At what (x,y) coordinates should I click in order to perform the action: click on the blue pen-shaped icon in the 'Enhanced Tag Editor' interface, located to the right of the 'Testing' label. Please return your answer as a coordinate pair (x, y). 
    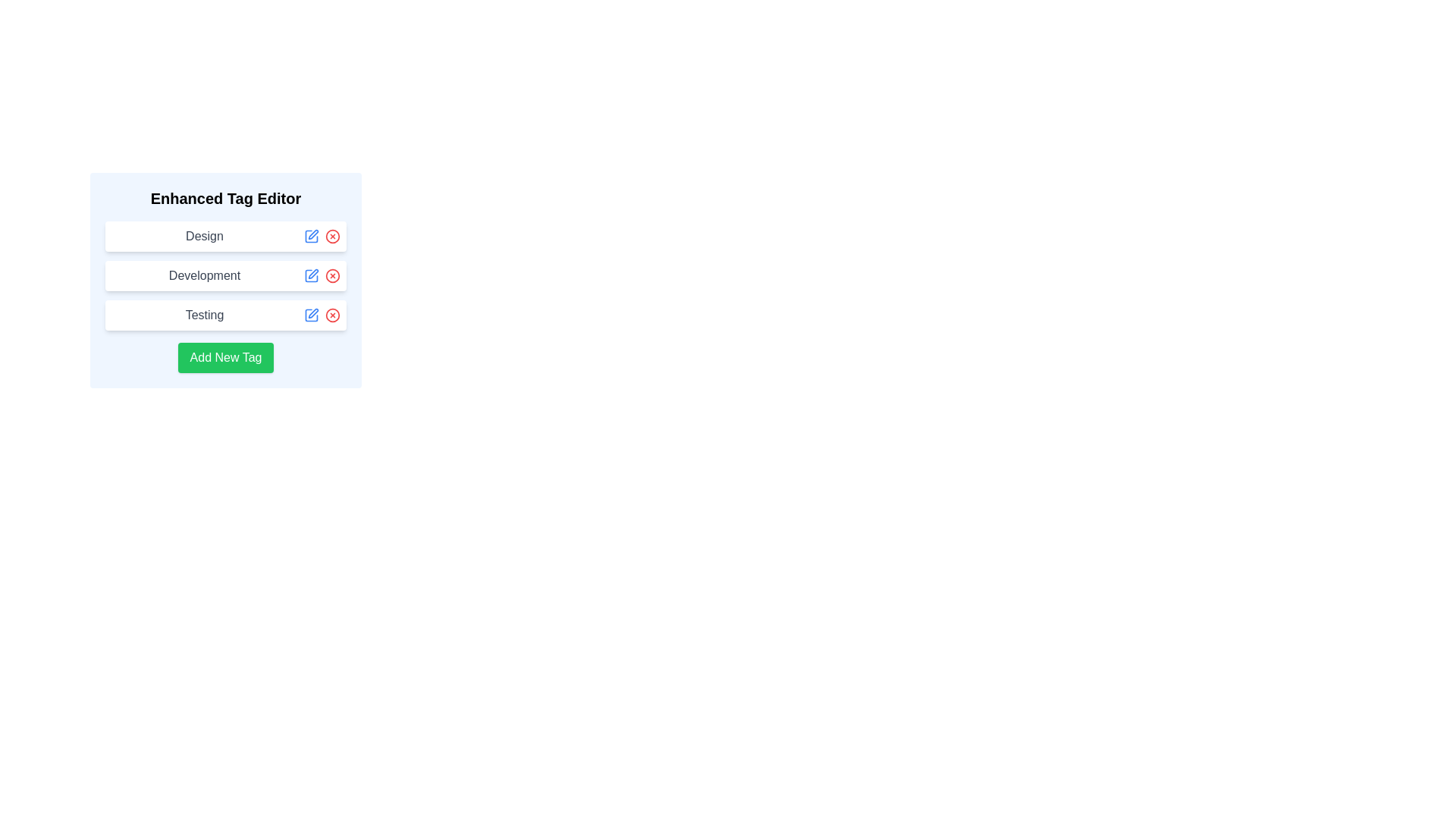
    Looking at the image, I should click on (312, 312).